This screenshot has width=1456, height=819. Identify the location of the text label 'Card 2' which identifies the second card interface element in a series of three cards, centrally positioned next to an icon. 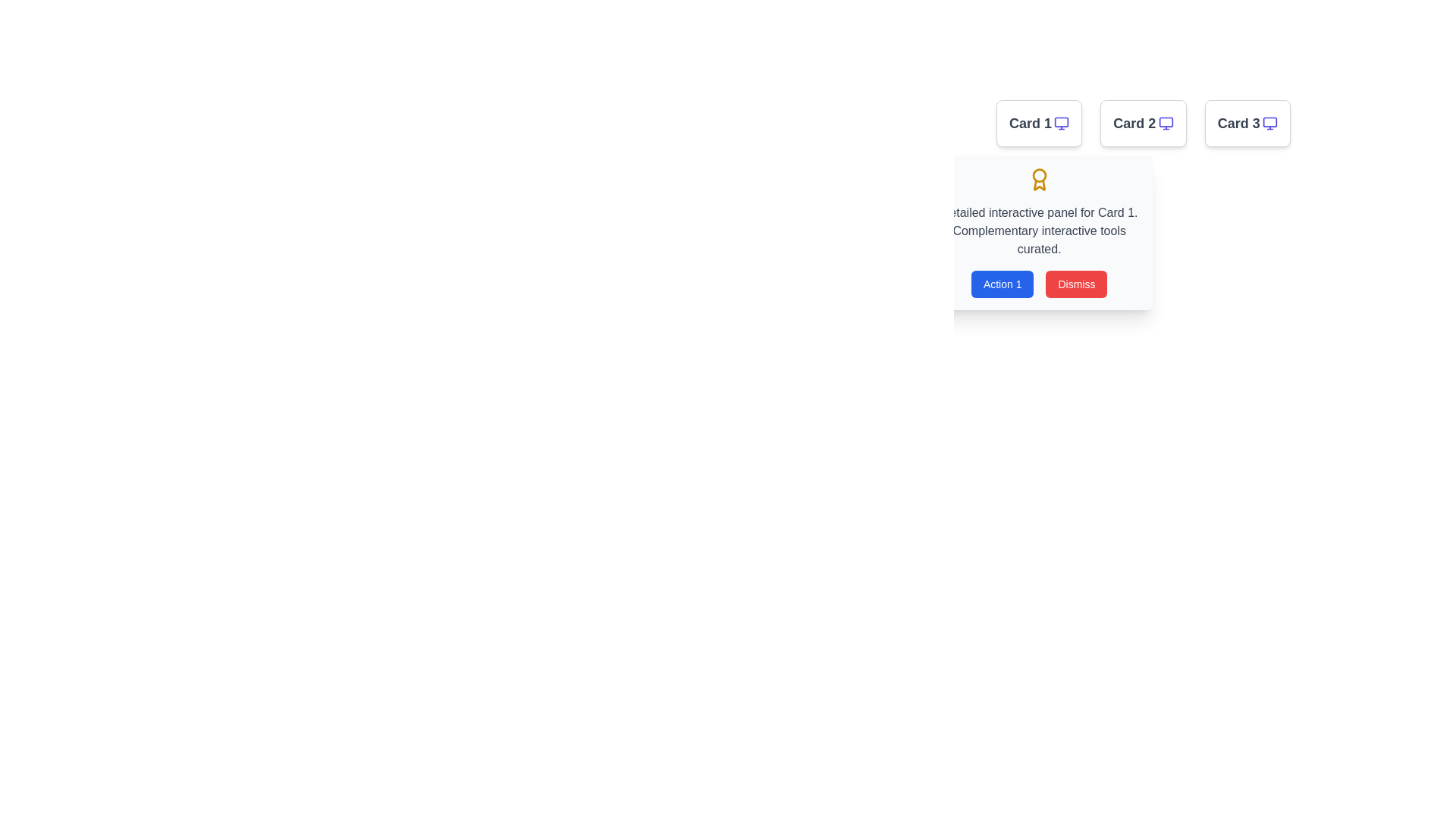
(1134, 122).